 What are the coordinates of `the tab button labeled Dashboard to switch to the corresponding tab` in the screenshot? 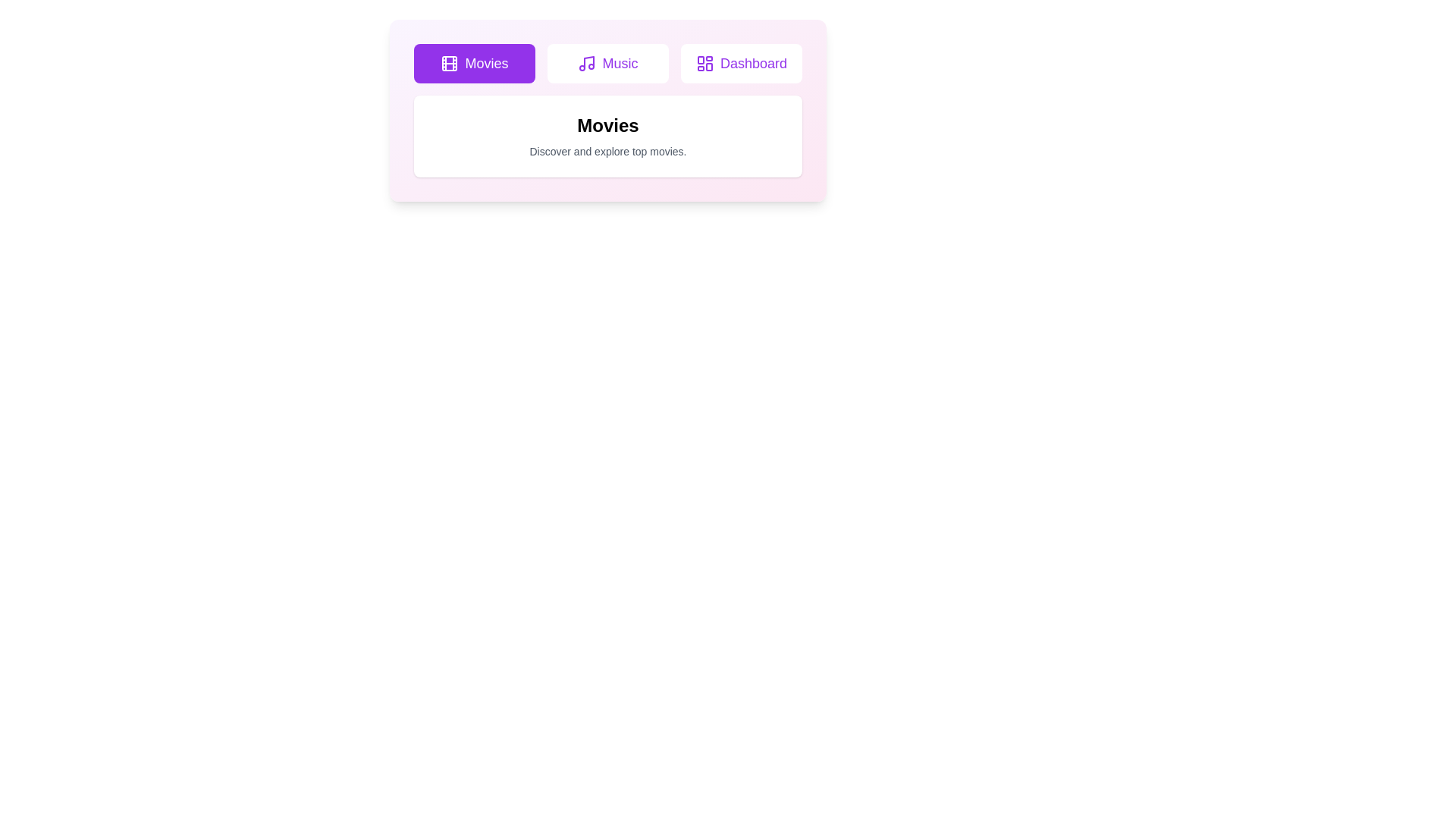 It's located at (742, 63).